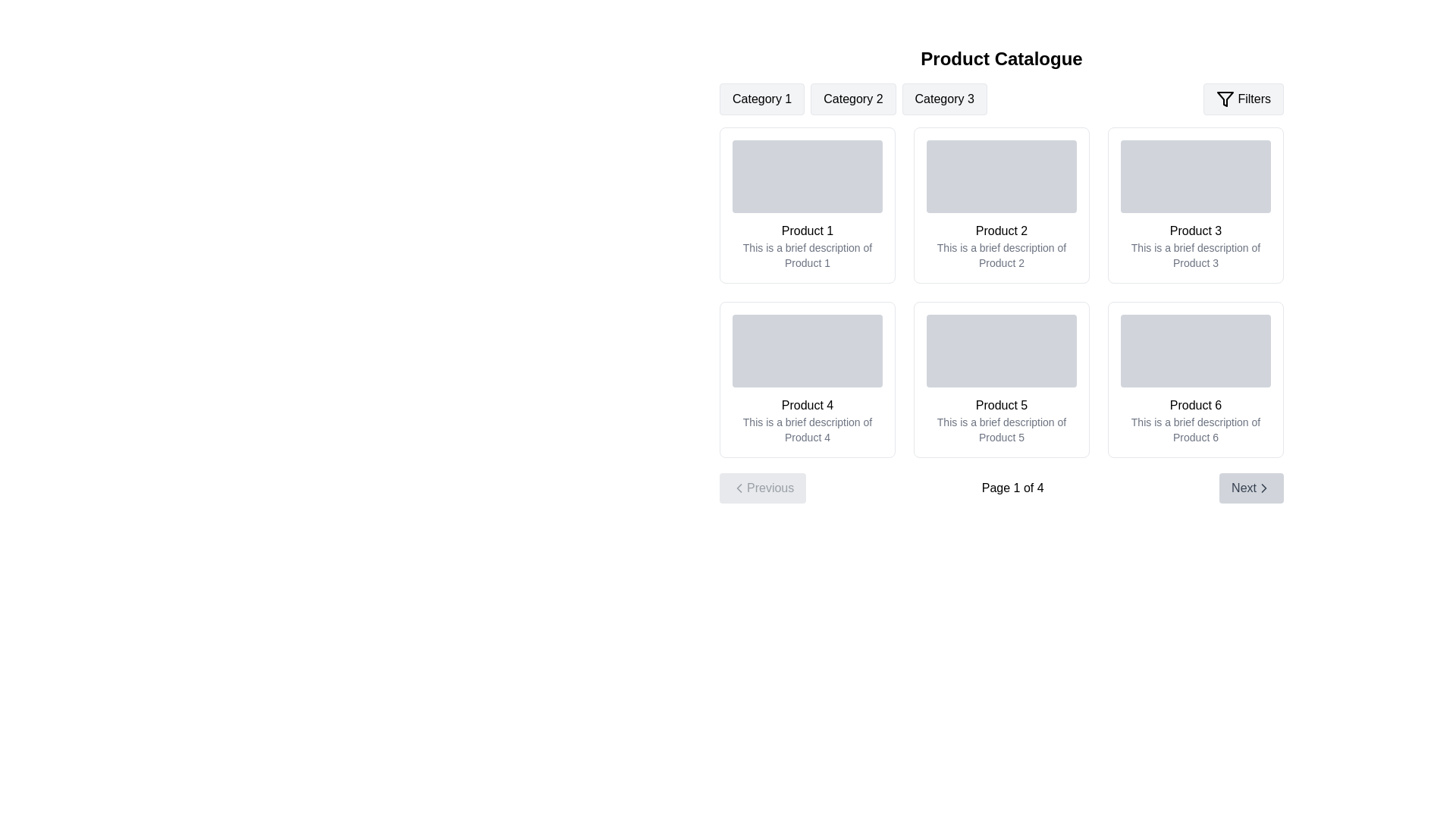 The width and height of the screenshot is (1456, 819). What do you see at coordinates (943, 99) in the screenshot?
I see `the third button in the category selector navigation menu to trigger hover effects` at bounding box center [943, 99].